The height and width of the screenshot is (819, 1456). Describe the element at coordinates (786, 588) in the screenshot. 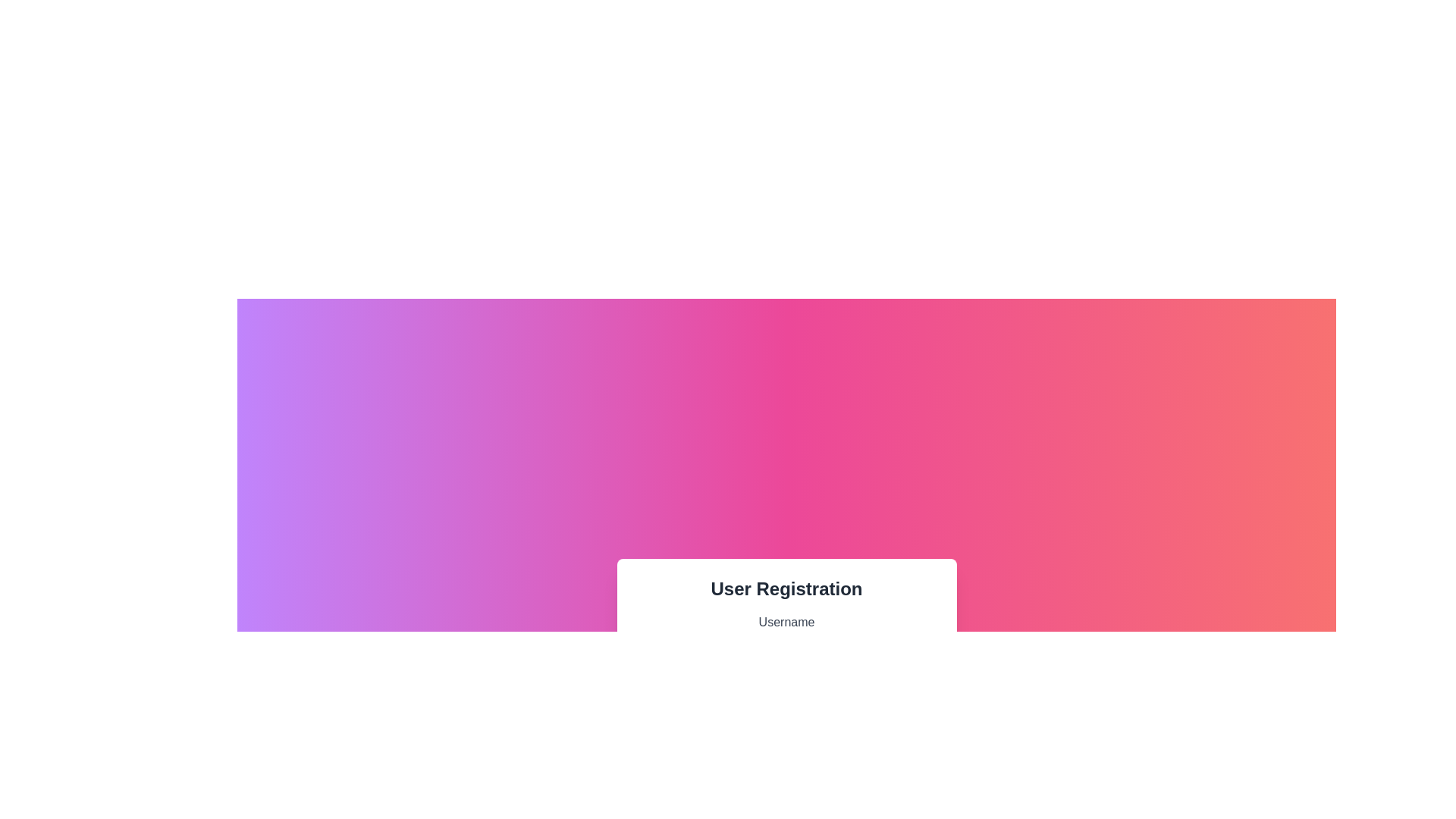

I see `the bold static text element displaying 'User Registration', which is positioned at the top of the form and is center-aligned` at that location.